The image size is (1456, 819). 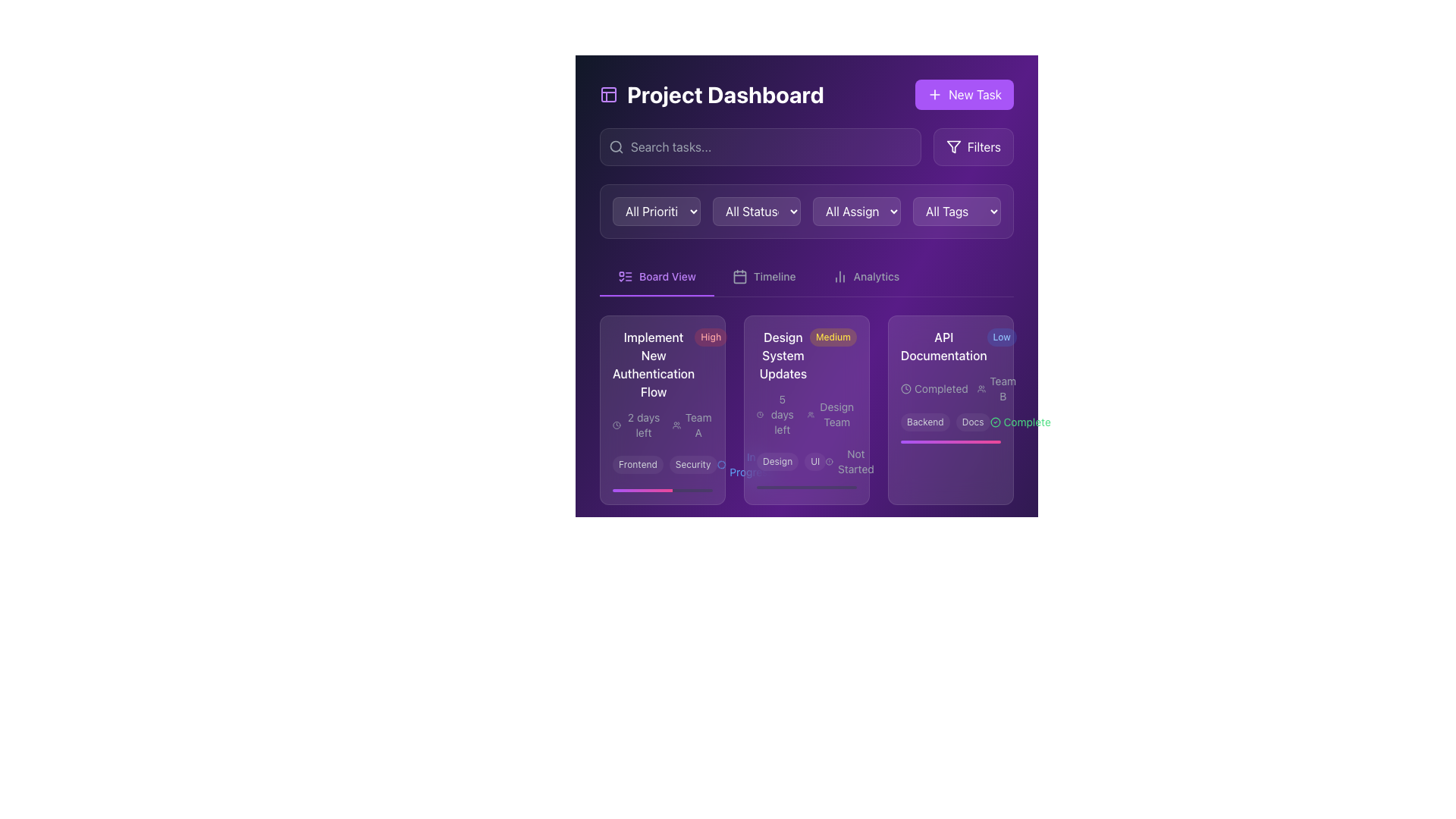 I want to click on Circular border graphic within the SVG clock icon located in the 'API Documentation' card in the third column of the 'Board View' section, so click(x=906, y=388).